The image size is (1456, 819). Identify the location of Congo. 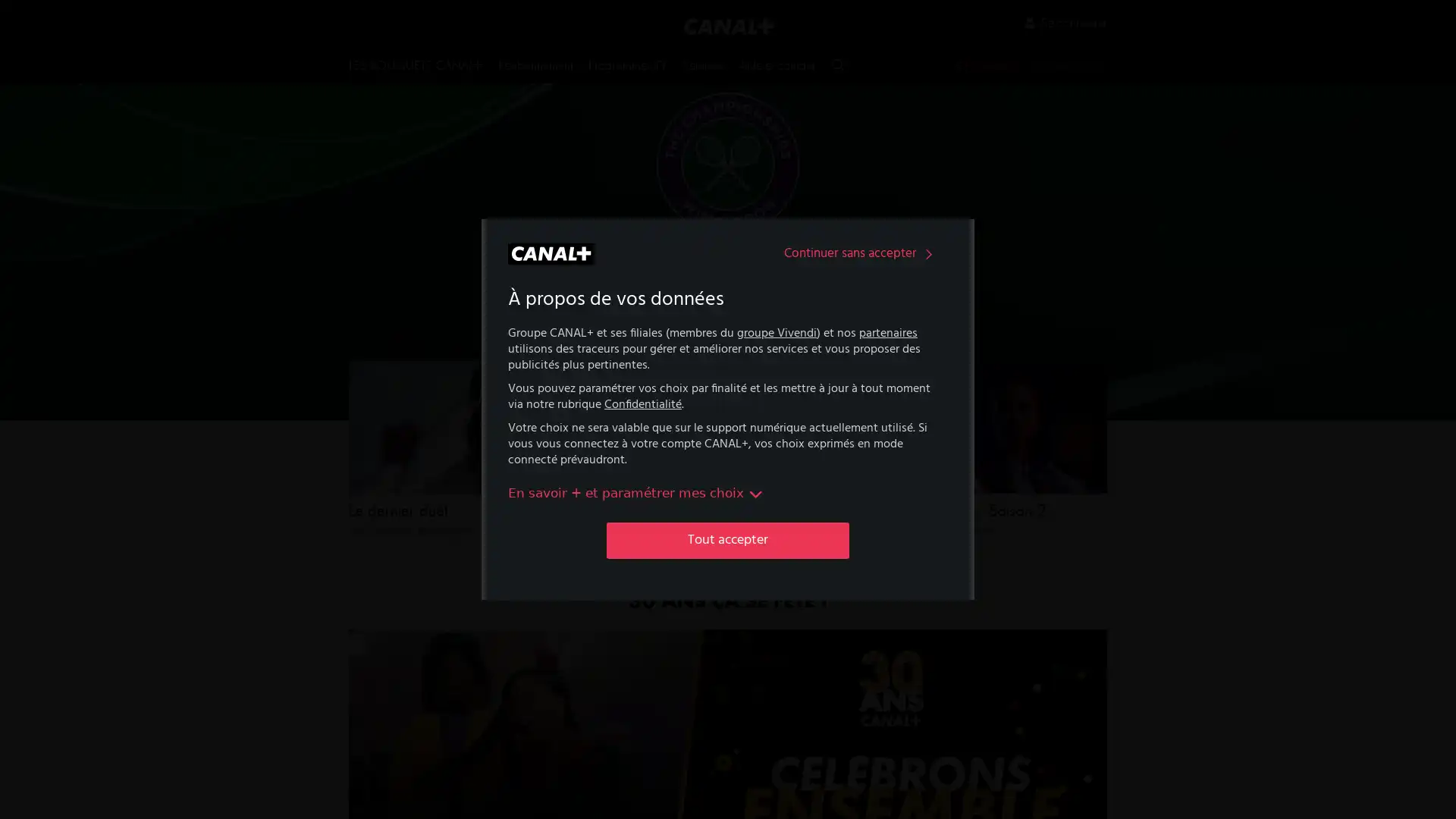
(582, 479).